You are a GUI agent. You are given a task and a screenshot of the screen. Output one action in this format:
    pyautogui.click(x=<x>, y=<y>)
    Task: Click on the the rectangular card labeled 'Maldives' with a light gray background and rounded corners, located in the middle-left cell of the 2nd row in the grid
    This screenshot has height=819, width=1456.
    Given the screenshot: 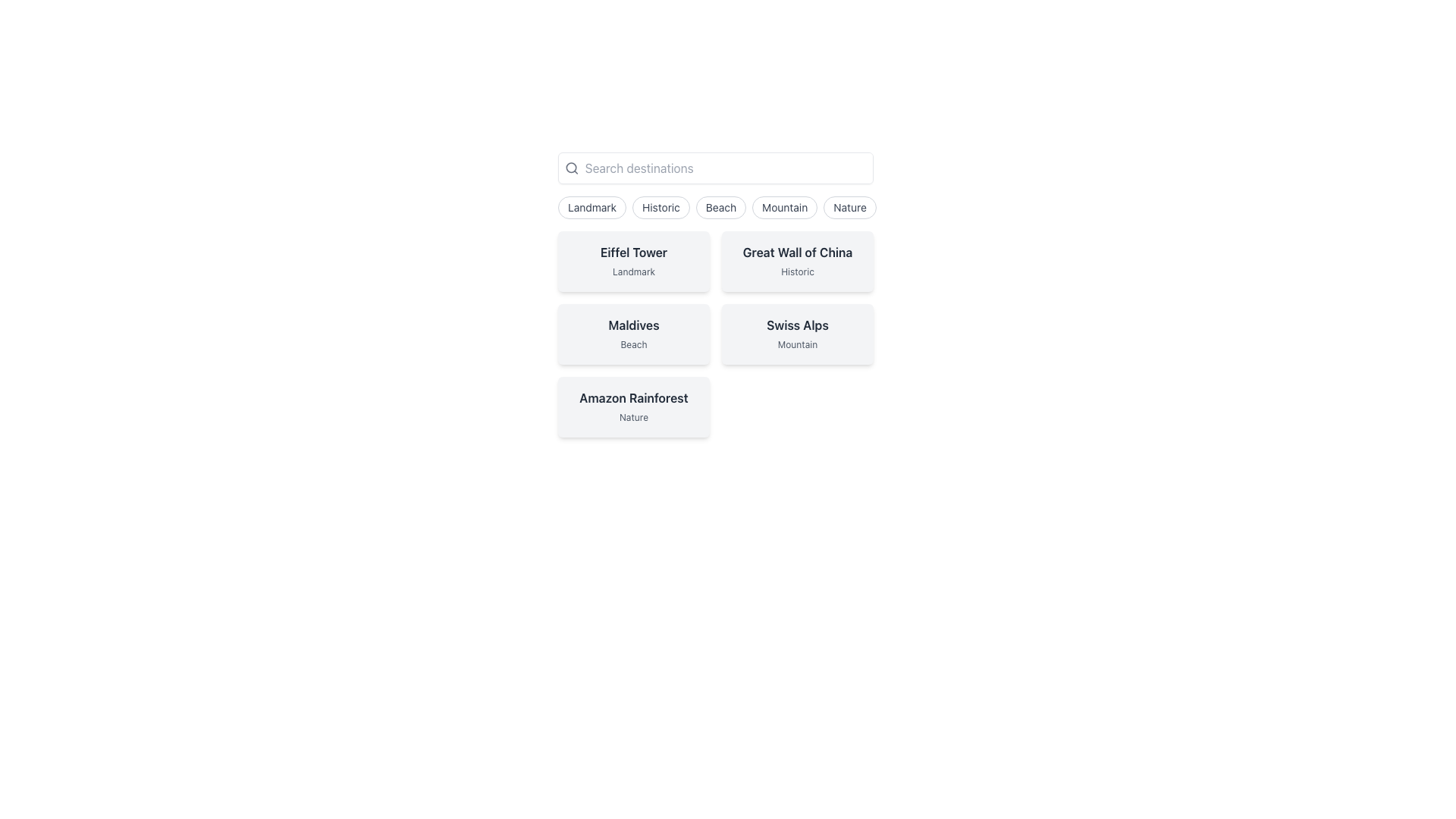 What is the action you would take?
    pyautogui.click(x=633, y=333)
    